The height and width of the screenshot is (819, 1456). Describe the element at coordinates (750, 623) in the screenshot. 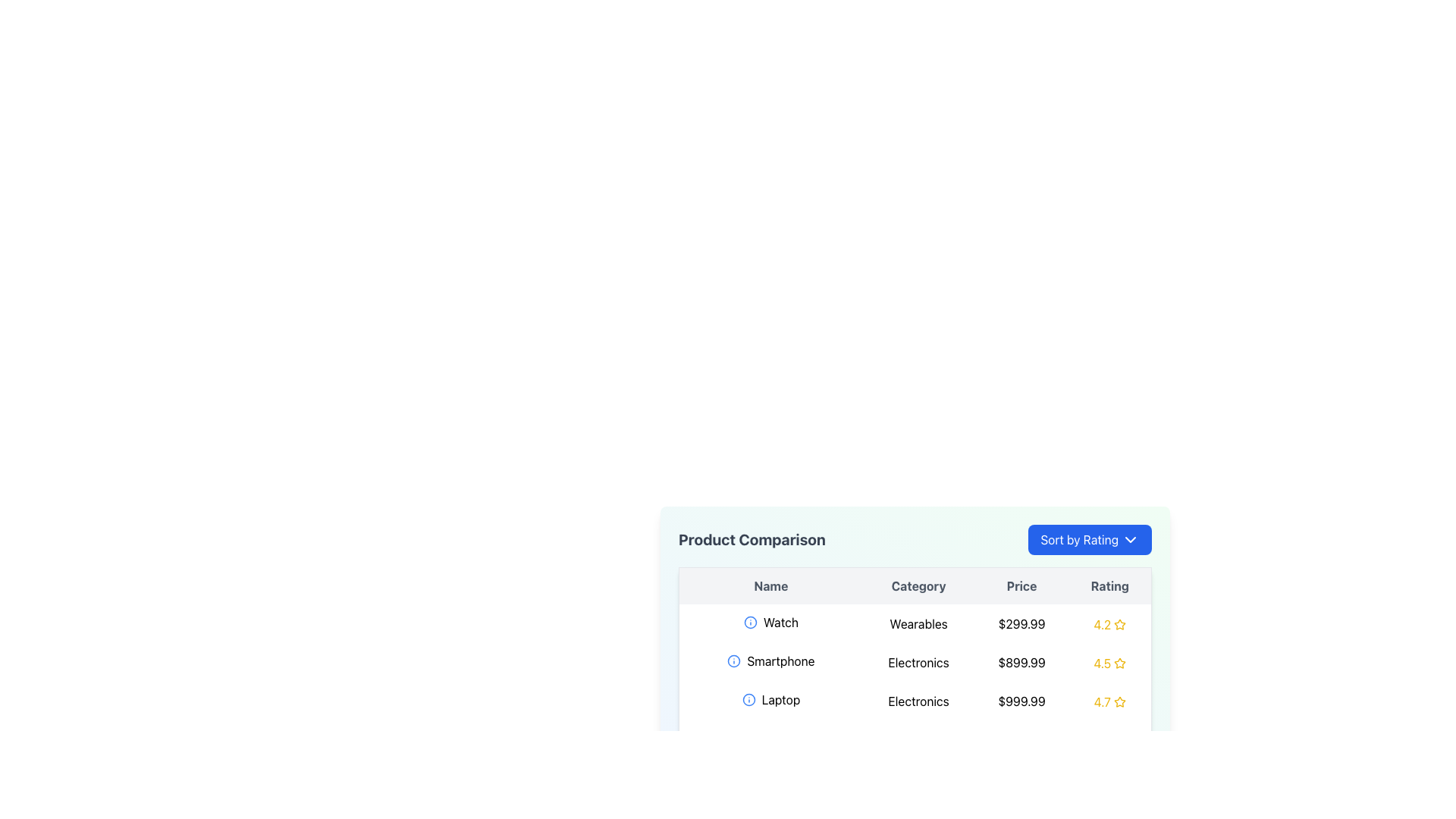

I see `the info icon, a small circular blue icon with a white 'i' inside, located to the left of the 'Watch' text in the table row for the product 'Watch'` at that location.